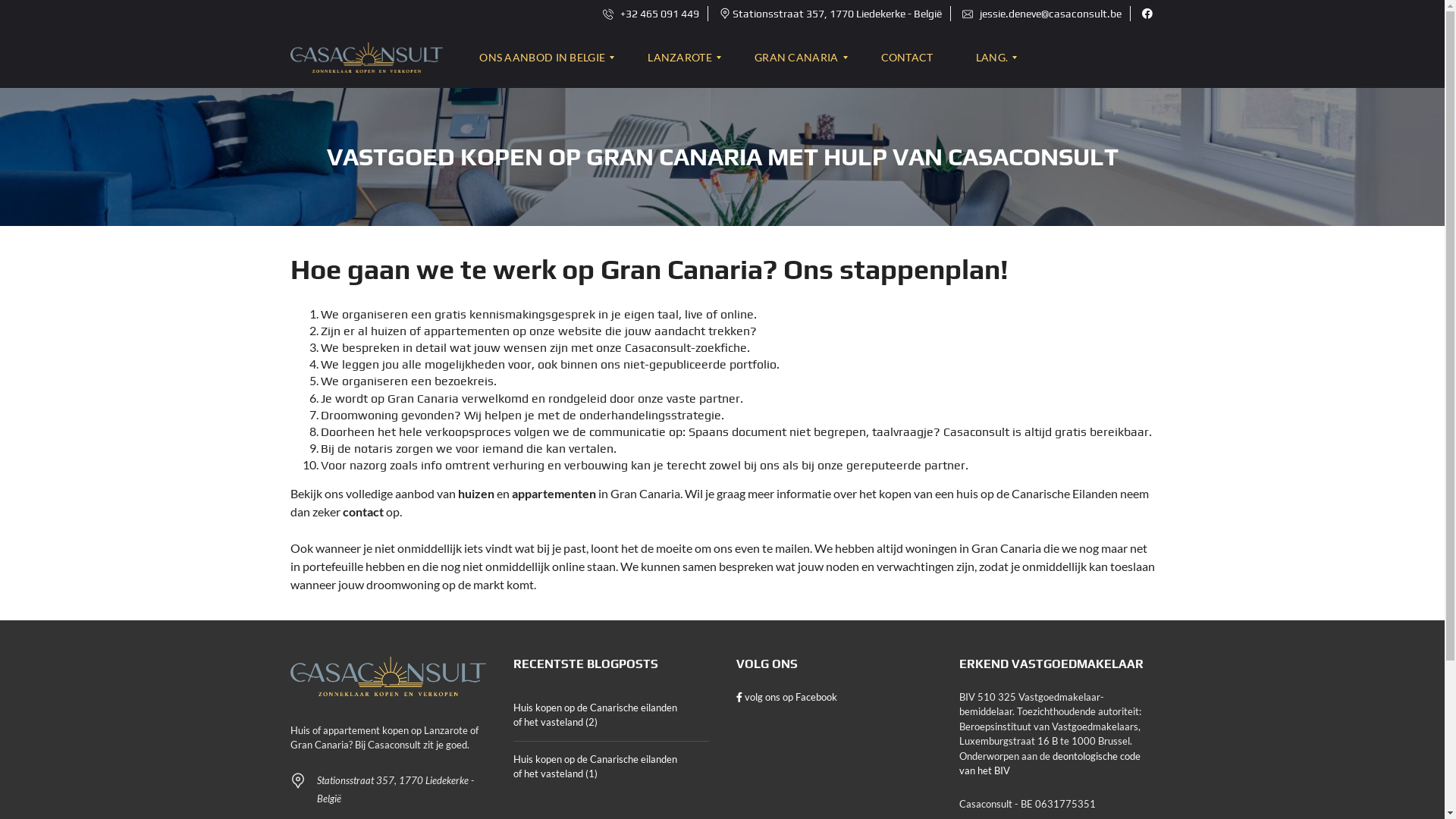  I want to click on 'appartementen', so click(552, 493).